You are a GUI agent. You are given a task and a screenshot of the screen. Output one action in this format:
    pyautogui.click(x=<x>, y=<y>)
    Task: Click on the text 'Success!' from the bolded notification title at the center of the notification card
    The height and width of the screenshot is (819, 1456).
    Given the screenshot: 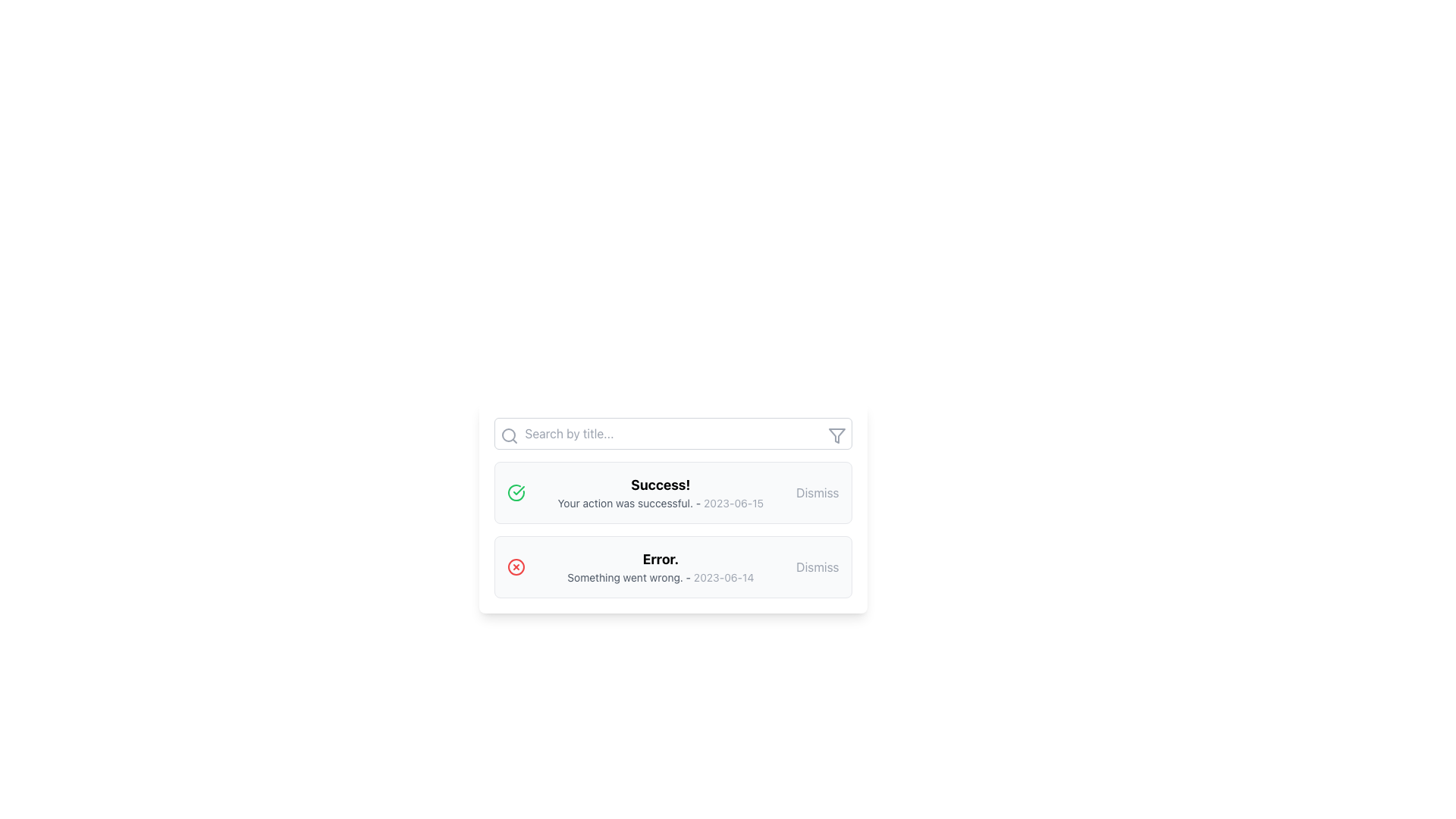 What is the action you would take?
    pyautogui.click(x=661, y=485)
    